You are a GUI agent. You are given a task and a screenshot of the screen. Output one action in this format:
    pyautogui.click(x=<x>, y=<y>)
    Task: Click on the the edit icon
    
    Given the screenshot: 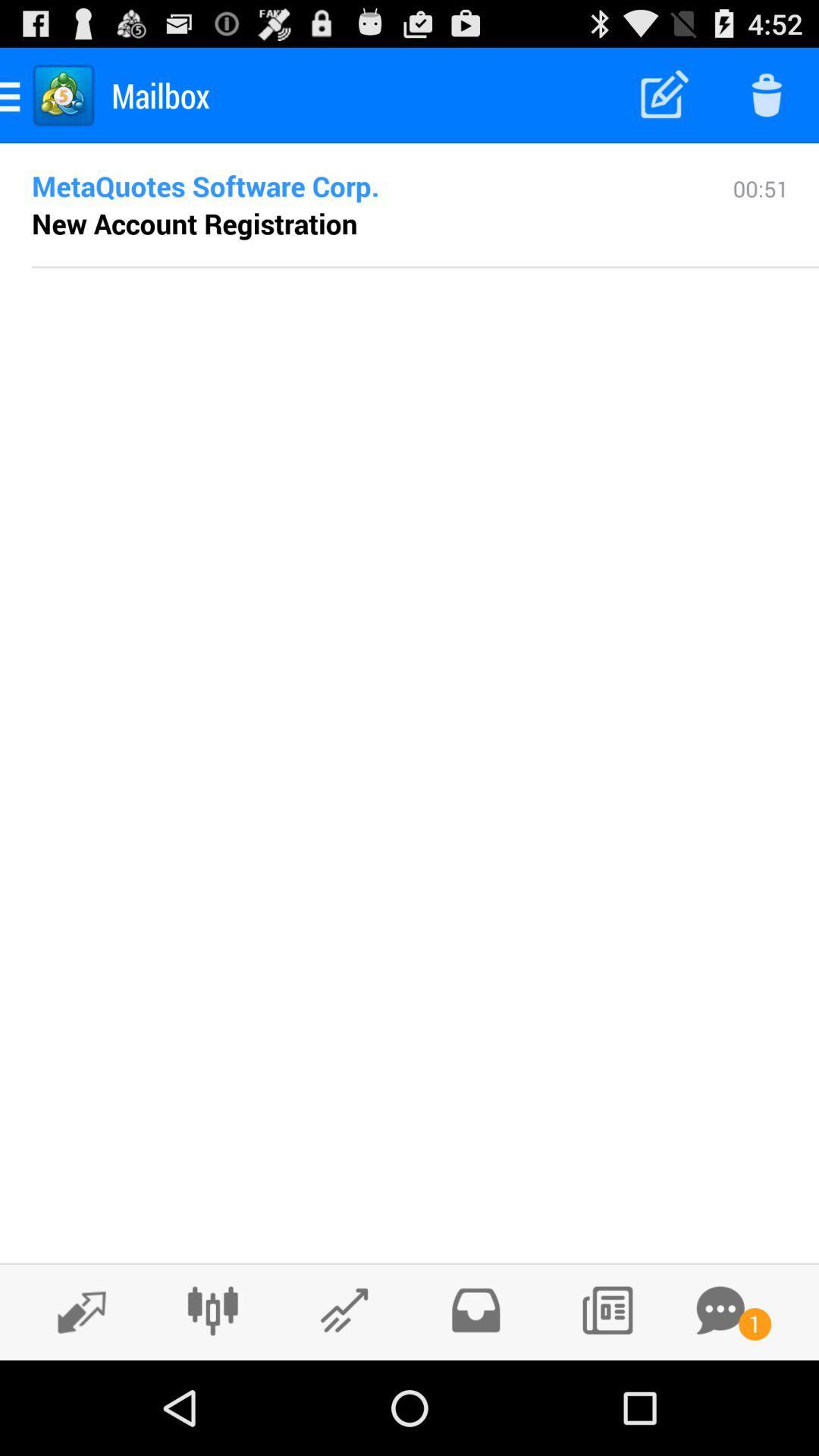 What is the action you would take?
    pyautogui.click(x=344, y=1401)
    